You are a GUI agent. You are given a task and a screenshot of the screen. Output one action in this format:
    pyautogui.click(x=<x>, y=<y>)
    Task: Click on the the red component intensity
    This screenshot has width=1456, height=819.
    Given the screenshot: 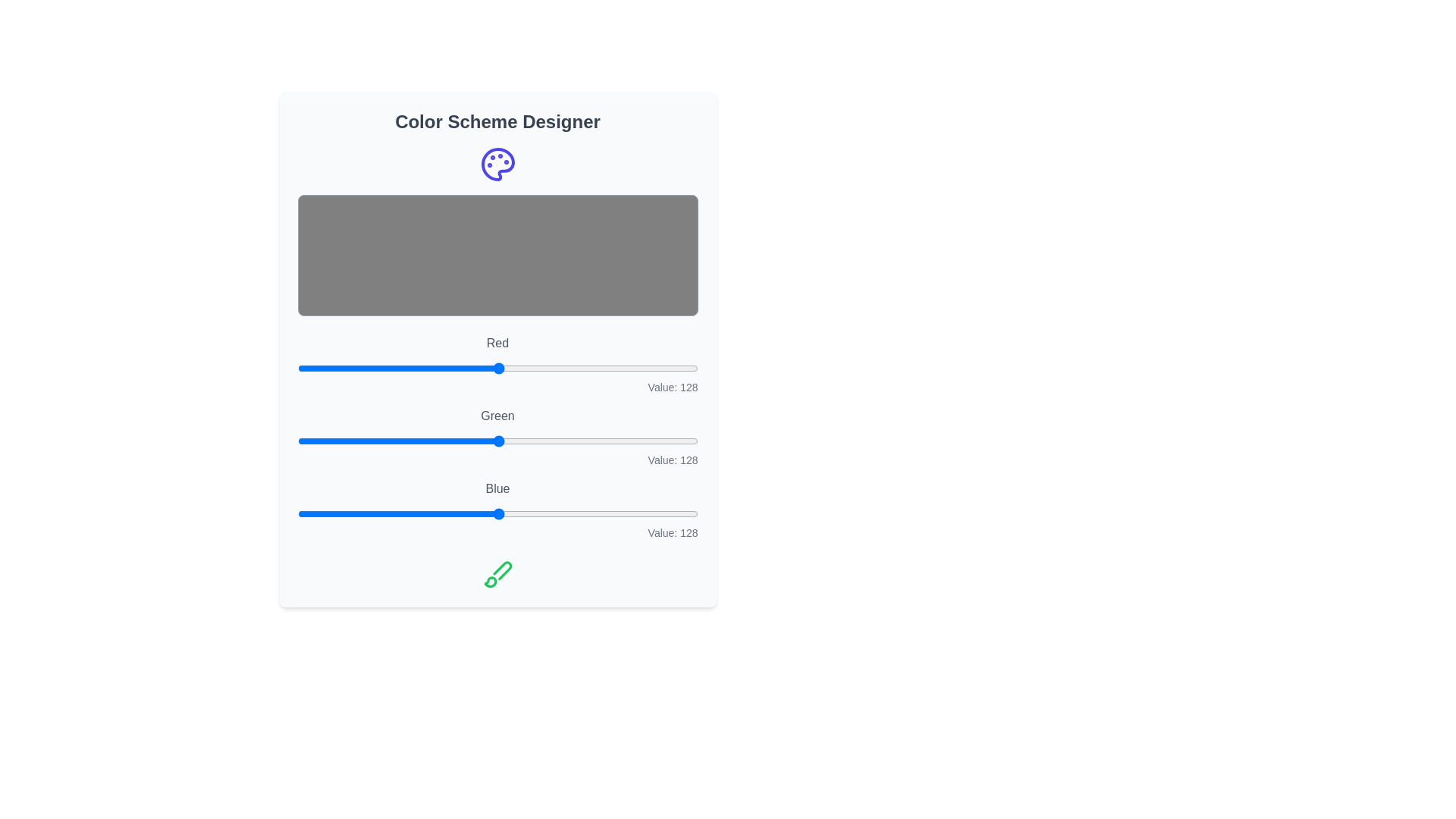 What is the action you would take?
    pyautogui.click(x=545, y=369)
    